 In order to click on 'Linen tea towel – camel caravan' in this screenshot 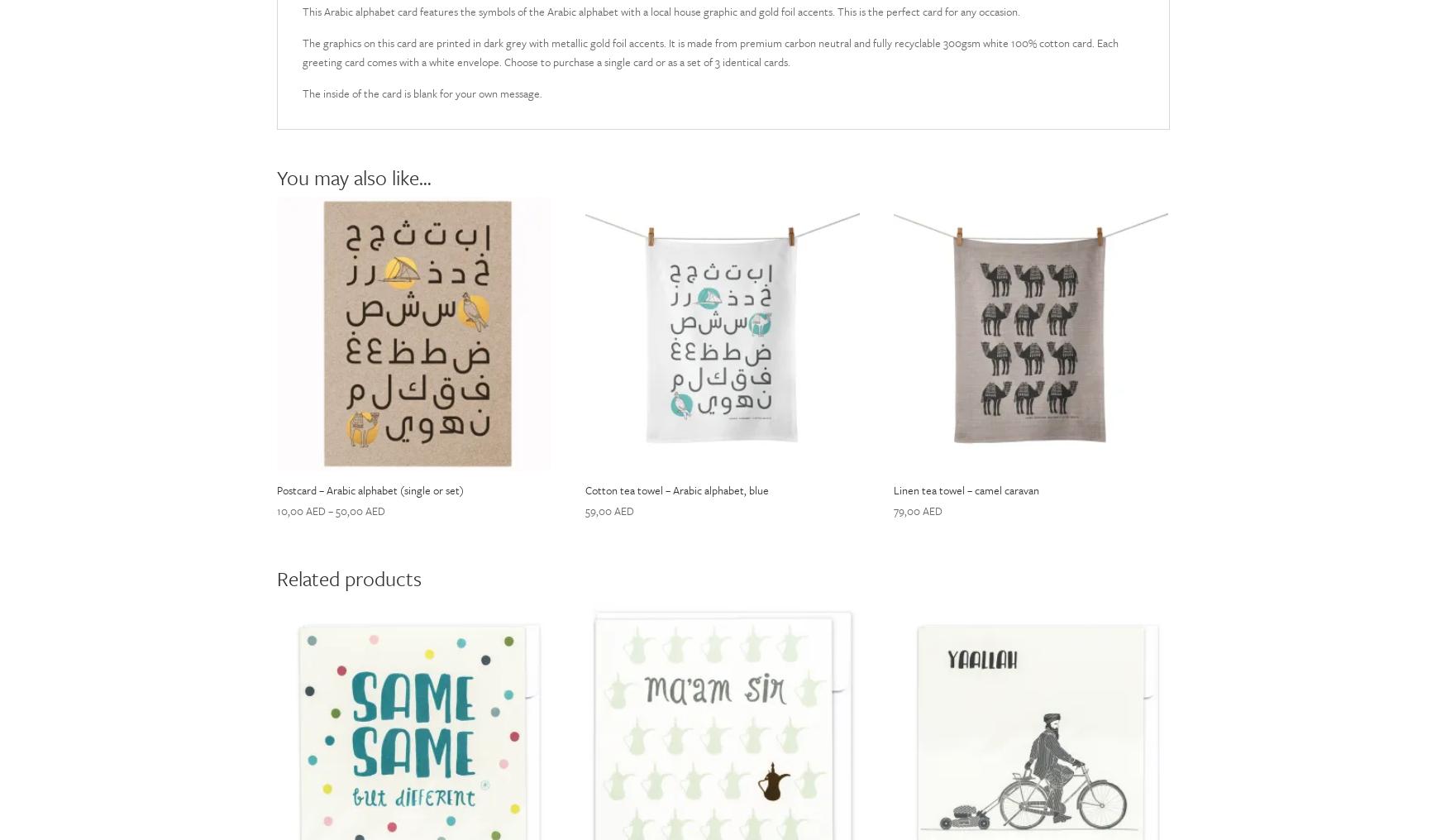, I will do `click(965, 490)`.